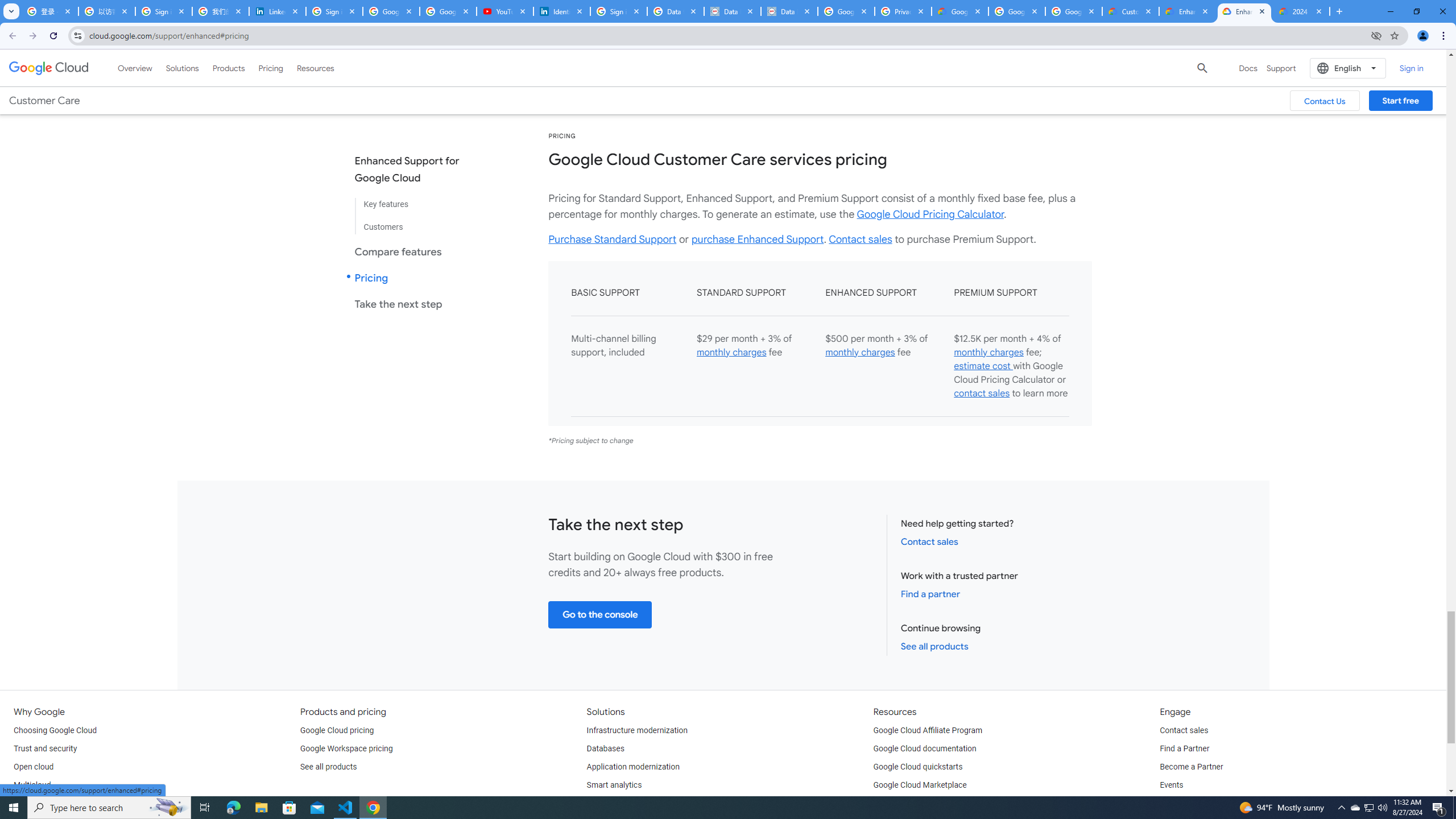  I want to click on 'Google Workspace - Specific Terms', so click(1073, 11).